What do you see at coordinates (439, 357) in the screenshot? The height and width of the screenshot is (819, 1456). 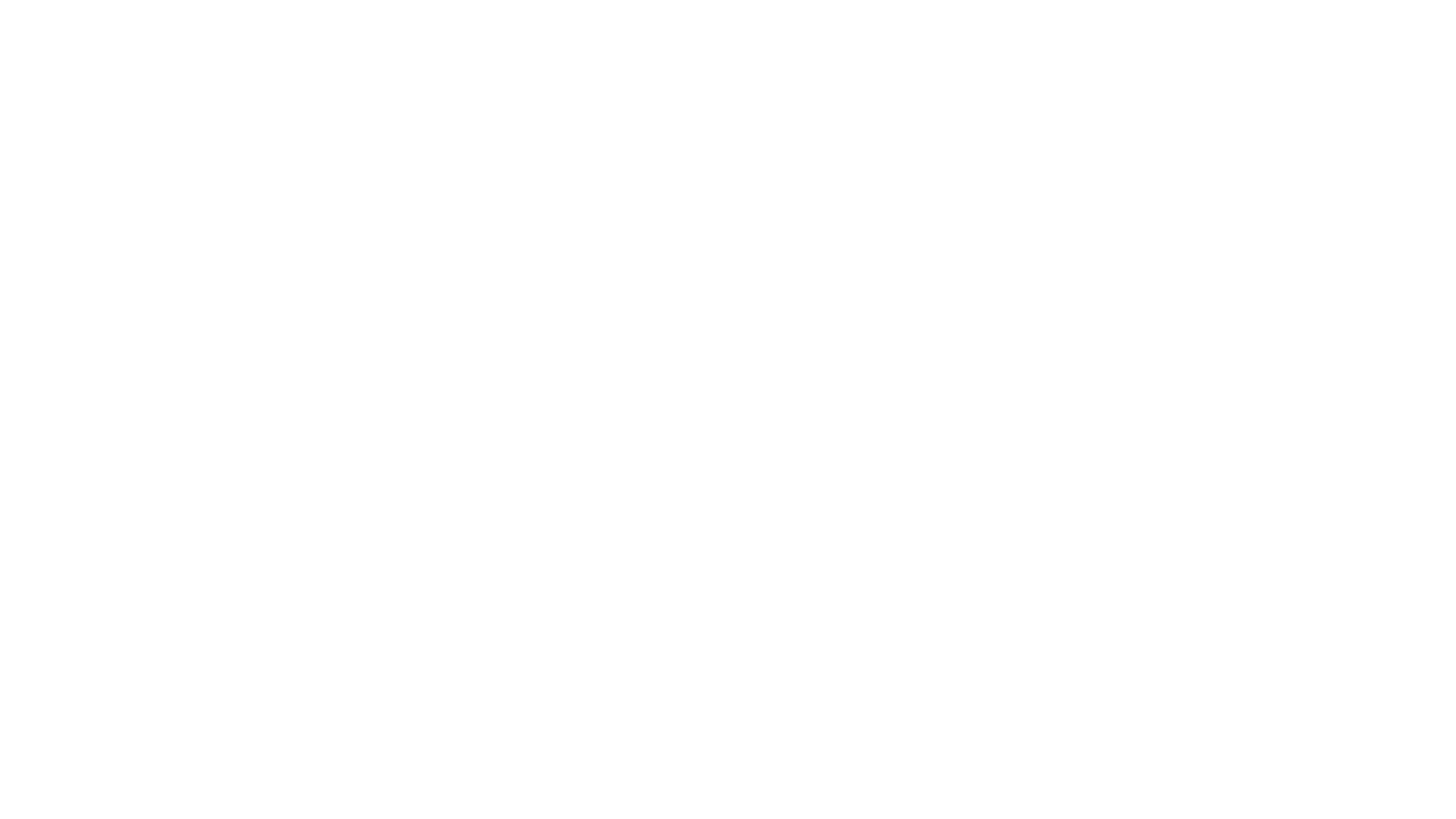 I see `Explore` at bounding box center [439, 357].